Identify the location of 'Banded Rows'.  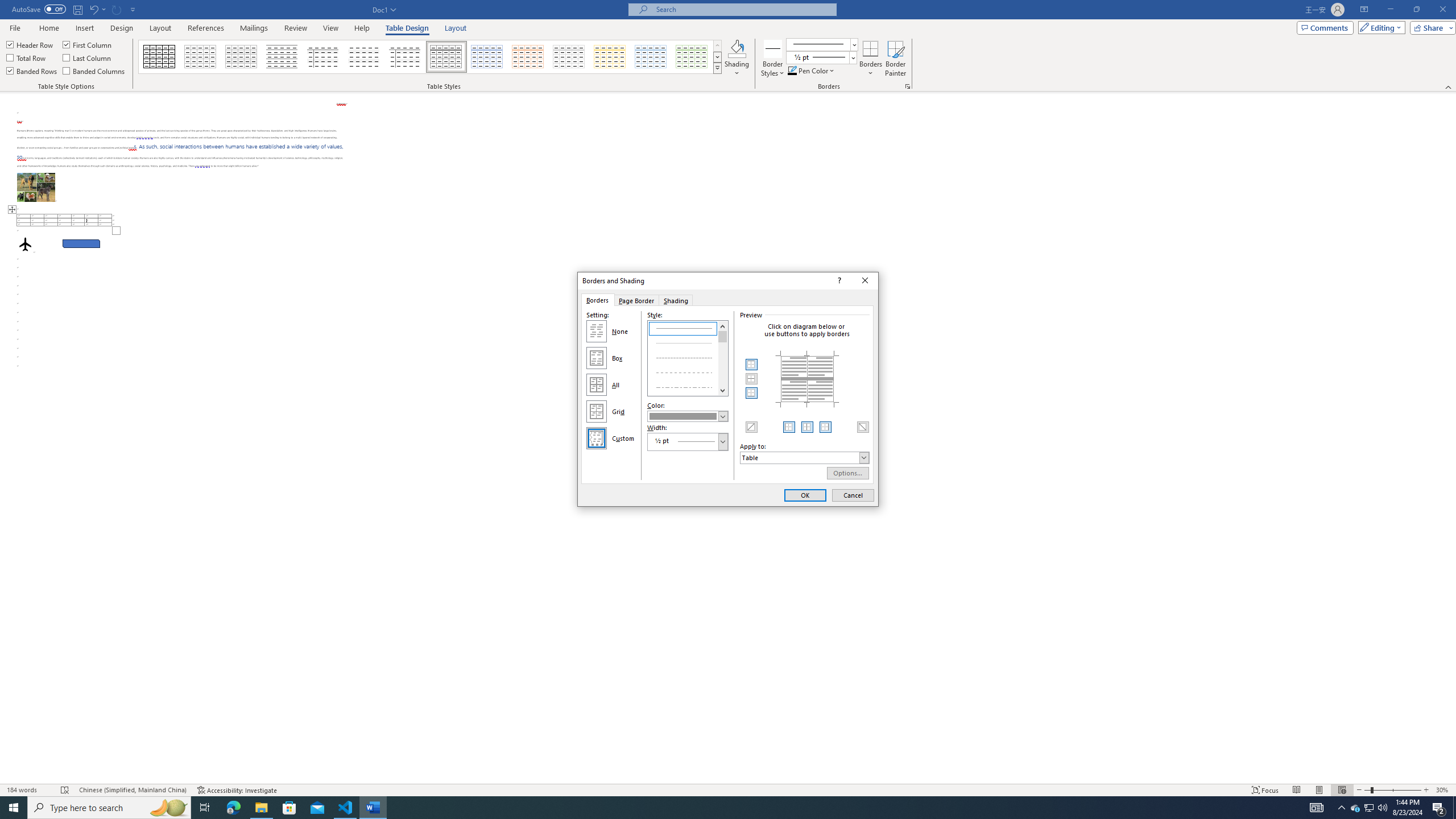
(32, 69).